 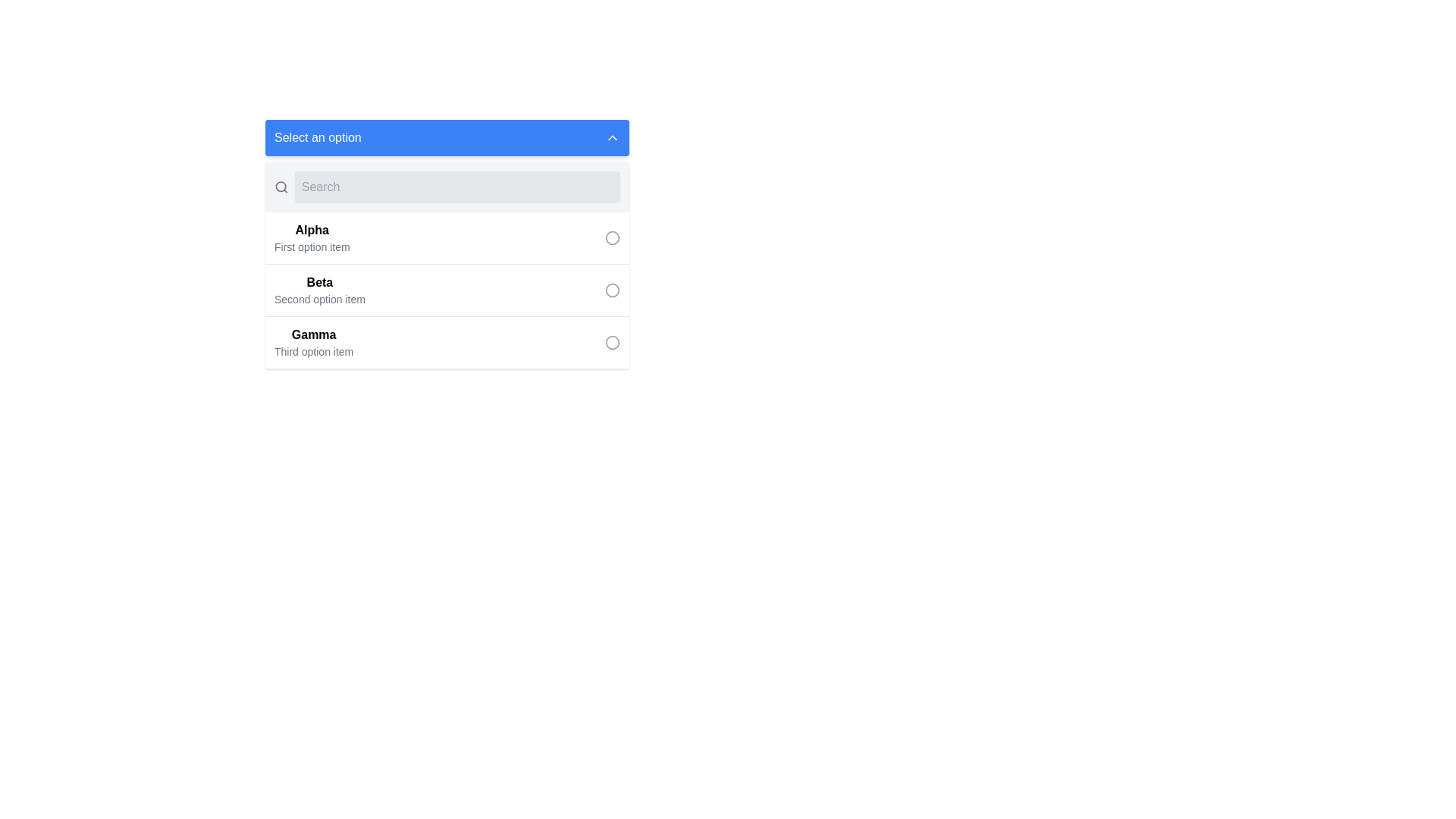 What do you see at coordinates (612, 137) in the screenshot?
I see `the small upward-facing chevron icon button located in the blue header section labeled 'Select an option'` at bounding box center [612, 137].